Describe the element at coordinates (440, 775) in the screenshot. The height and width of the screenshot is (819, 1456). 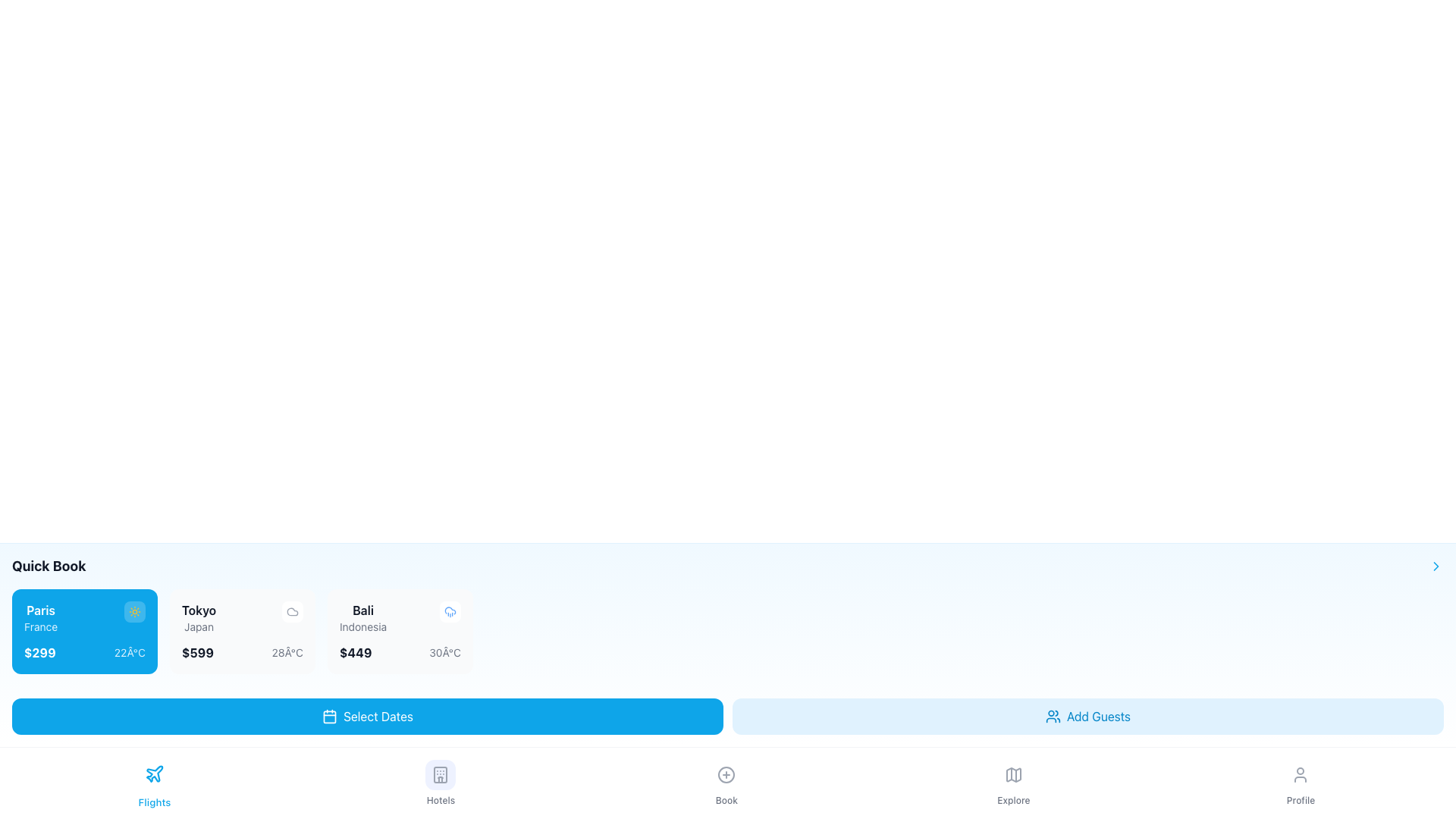
I see `the 'Hotels' icon` at that location.